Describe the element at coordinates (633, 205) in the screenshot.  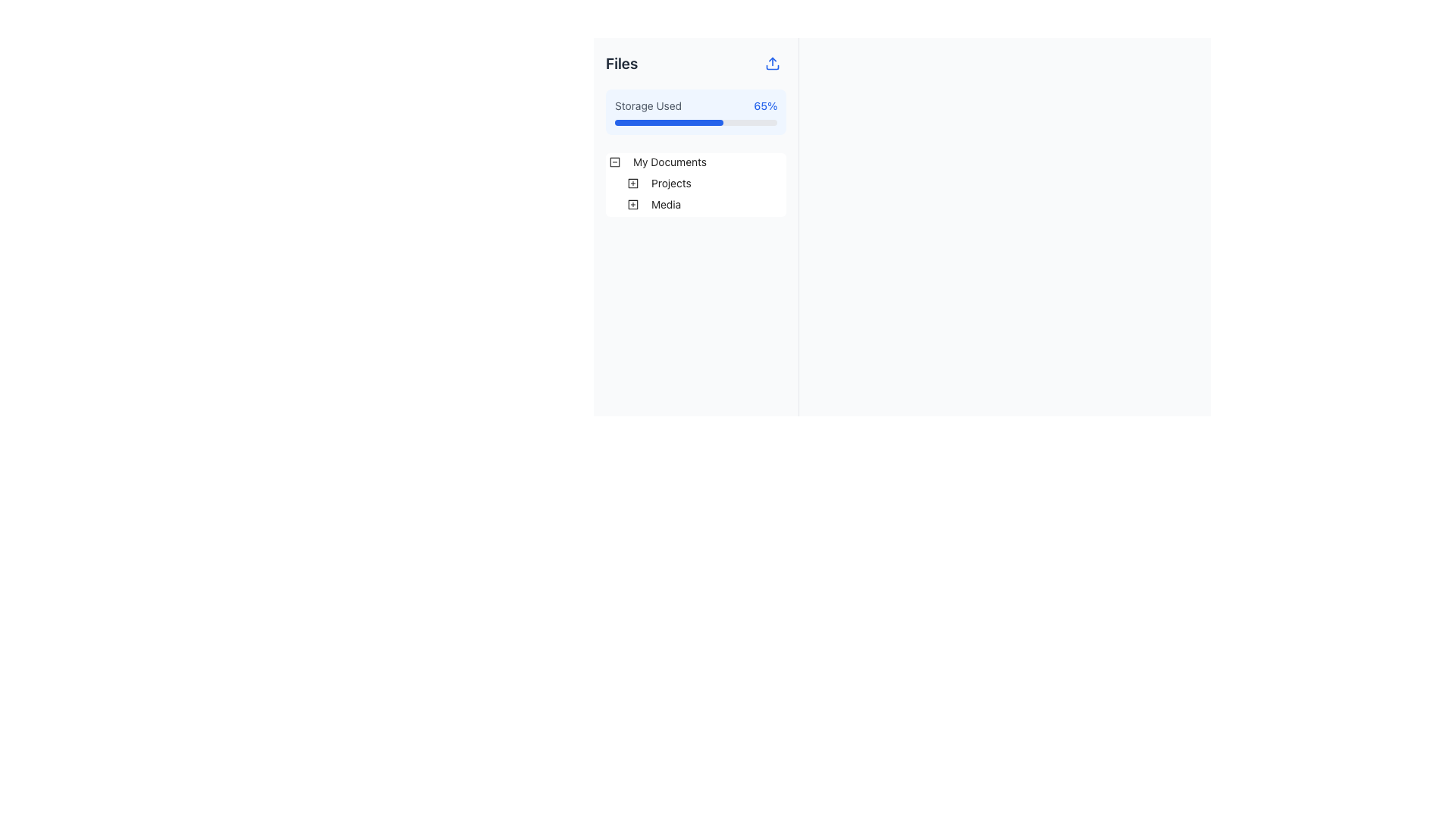
I see `the toggle button next to the 'Media' folder label in the 'My Documents' section` at that location.